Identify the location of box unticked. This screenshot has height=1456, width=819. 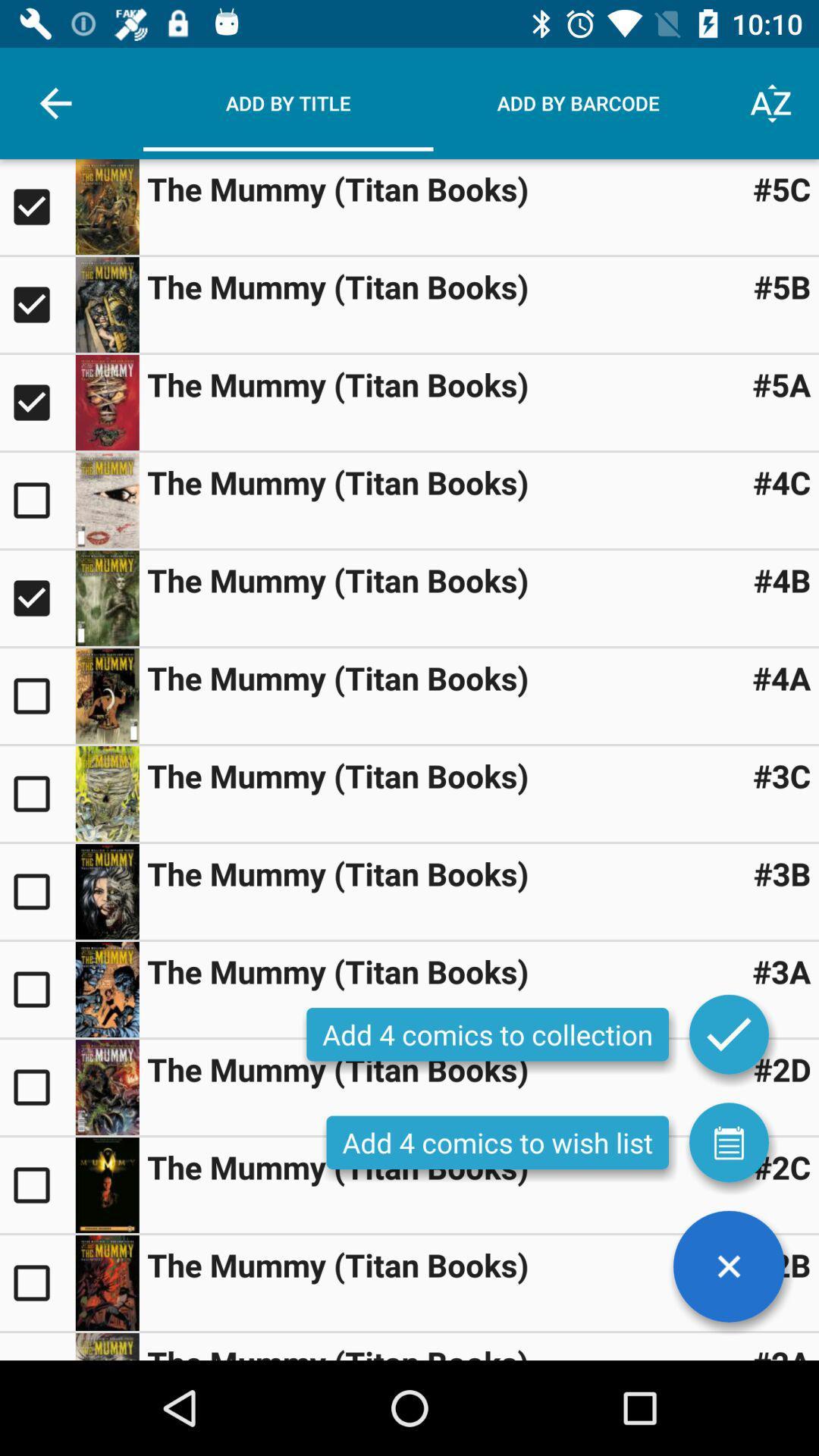
(36, 1087).